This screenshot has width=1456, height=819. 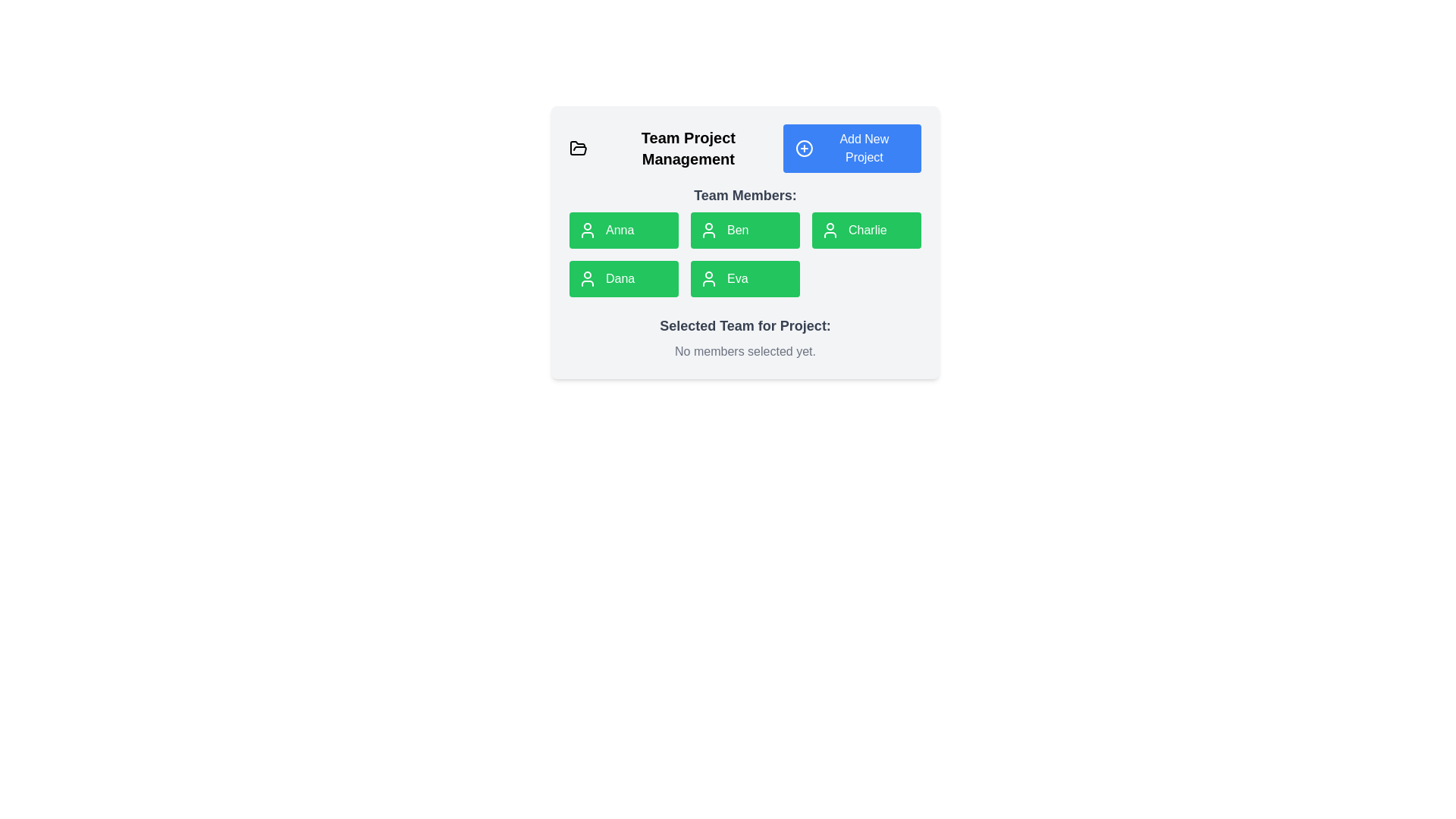 I want to click on the 'Add New Project' button represented by a circle outline with a plus icon located in the top-right section of the 'Team Project Management' interface, so click(x=803, y=149).